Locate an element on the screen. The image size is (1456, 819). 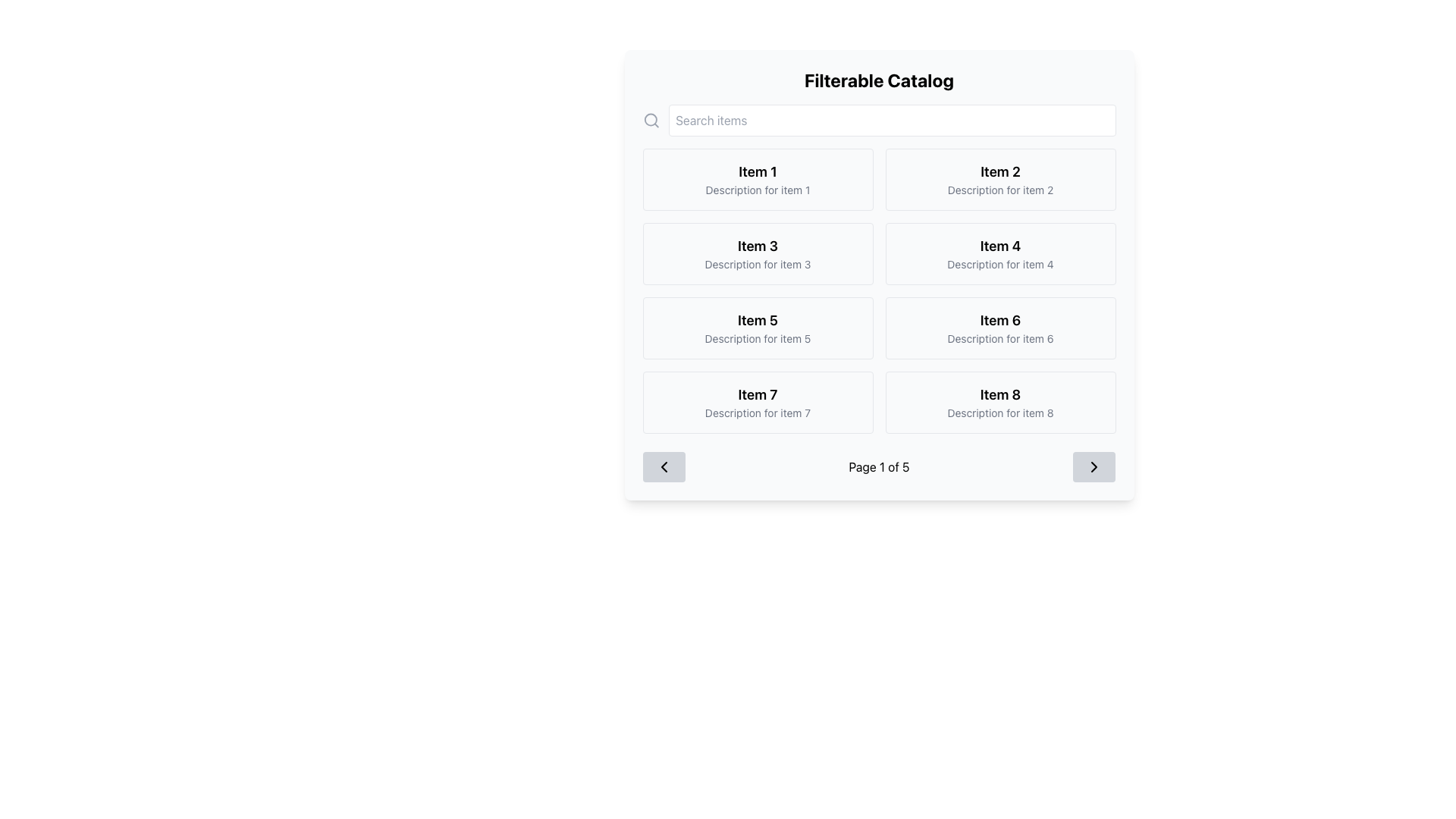
the arrow icon pointing rightwards located at the far right side of the pagination controls, next to the 'Page 1 of 5' text is located at coordinates (1094, 466).